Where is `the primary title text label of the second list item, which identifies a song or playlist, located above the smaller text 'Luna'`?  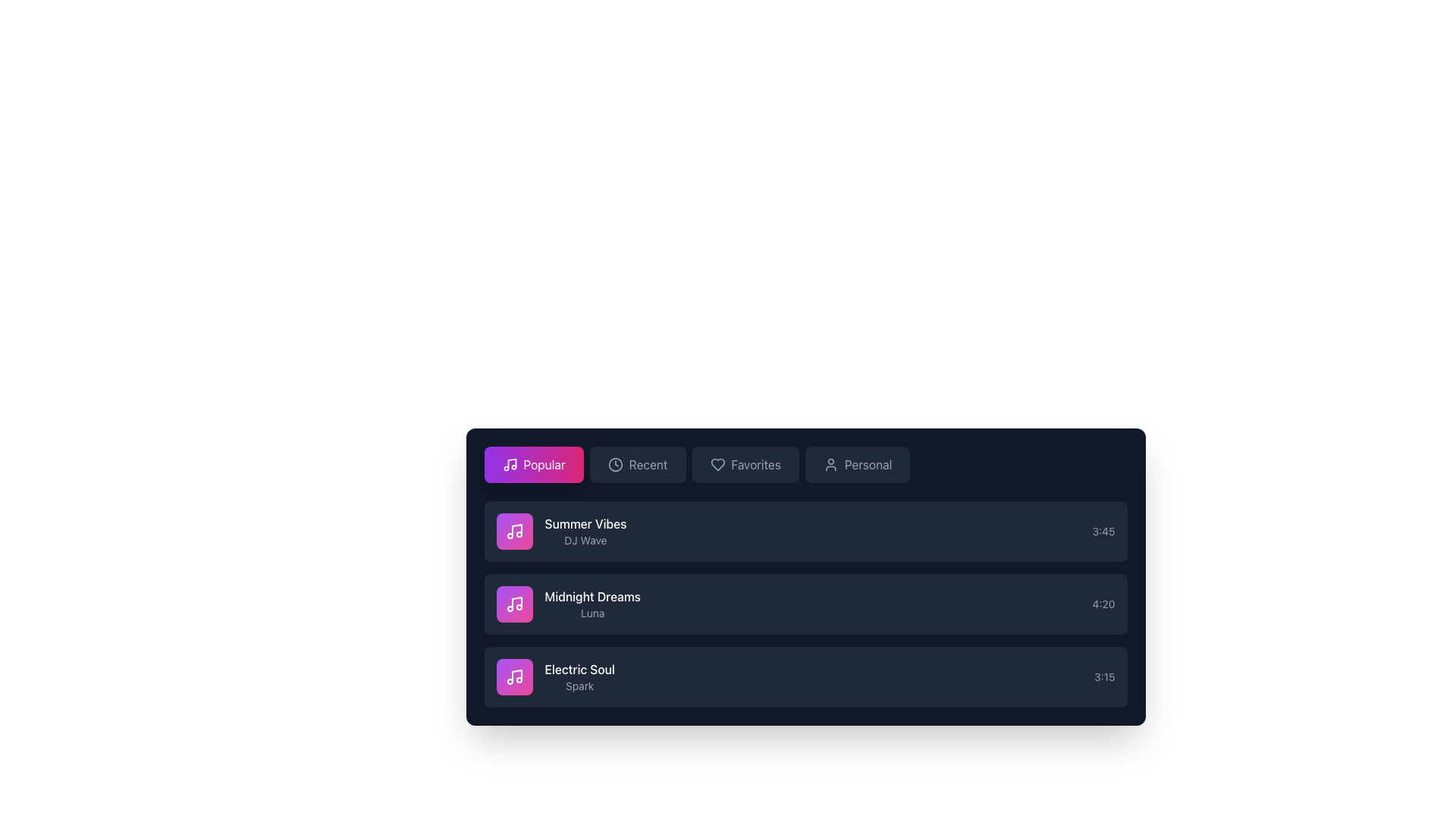
the primary title text label of the second list item, which identifies a song or playlist, located above the smaller text 'Luna' is located at coordinates (591, 595).